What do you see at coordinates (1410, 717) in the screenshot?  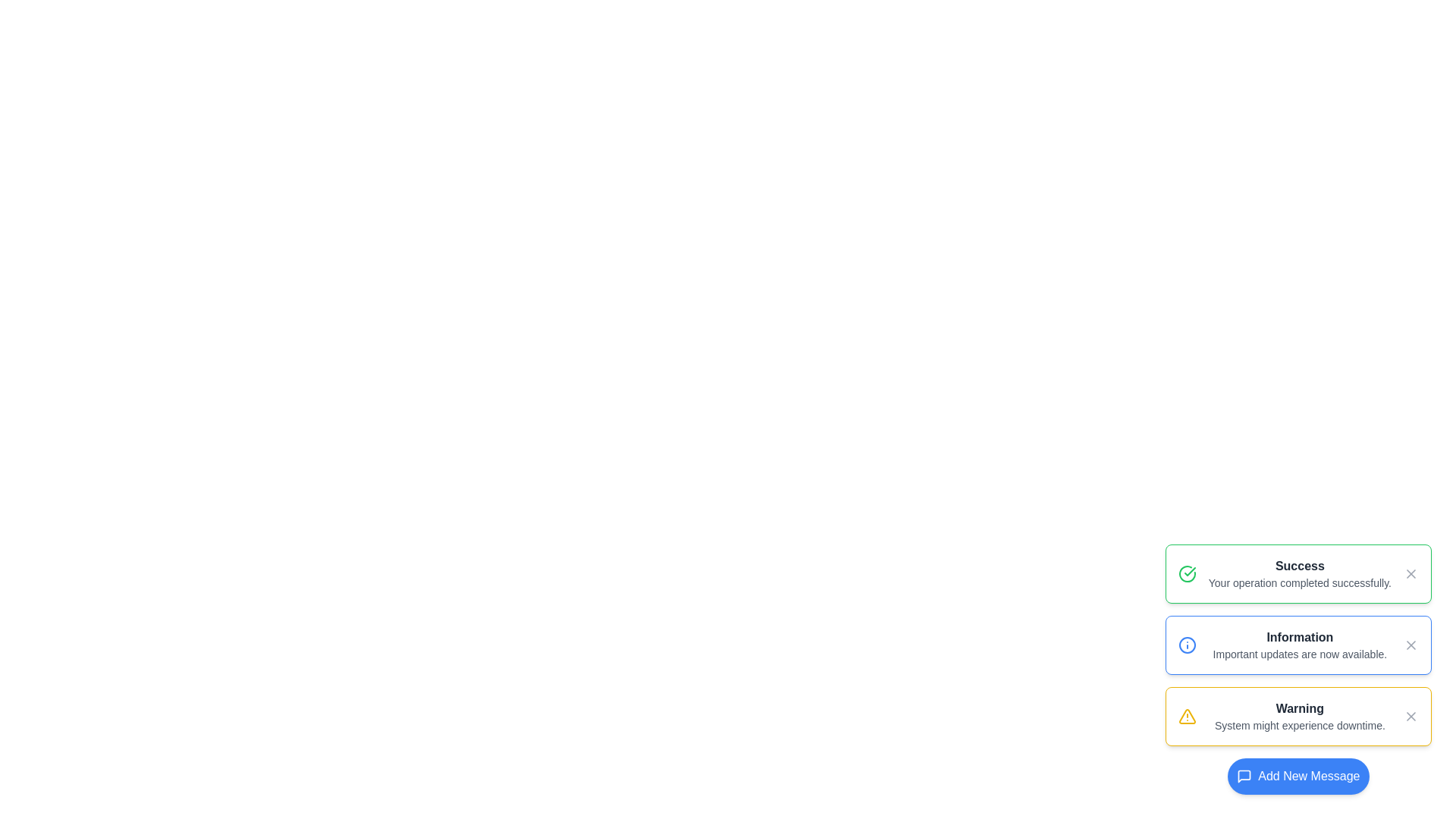 I see `the Close Button Icon, shaped like an 'X'` at bounding box center [1410, 717].